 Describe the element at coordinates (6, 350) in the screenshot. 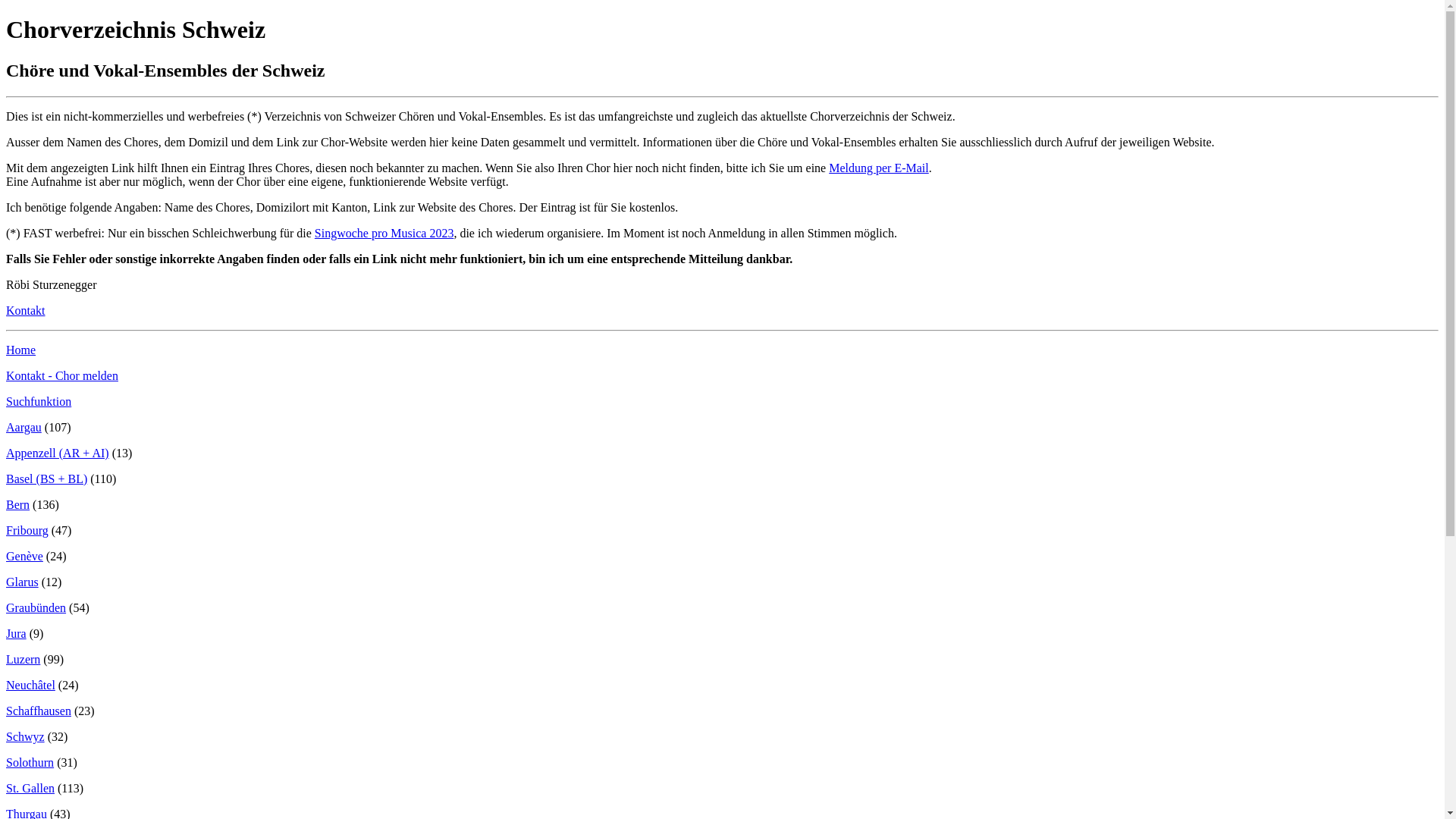

I see `'Home'` at that location.